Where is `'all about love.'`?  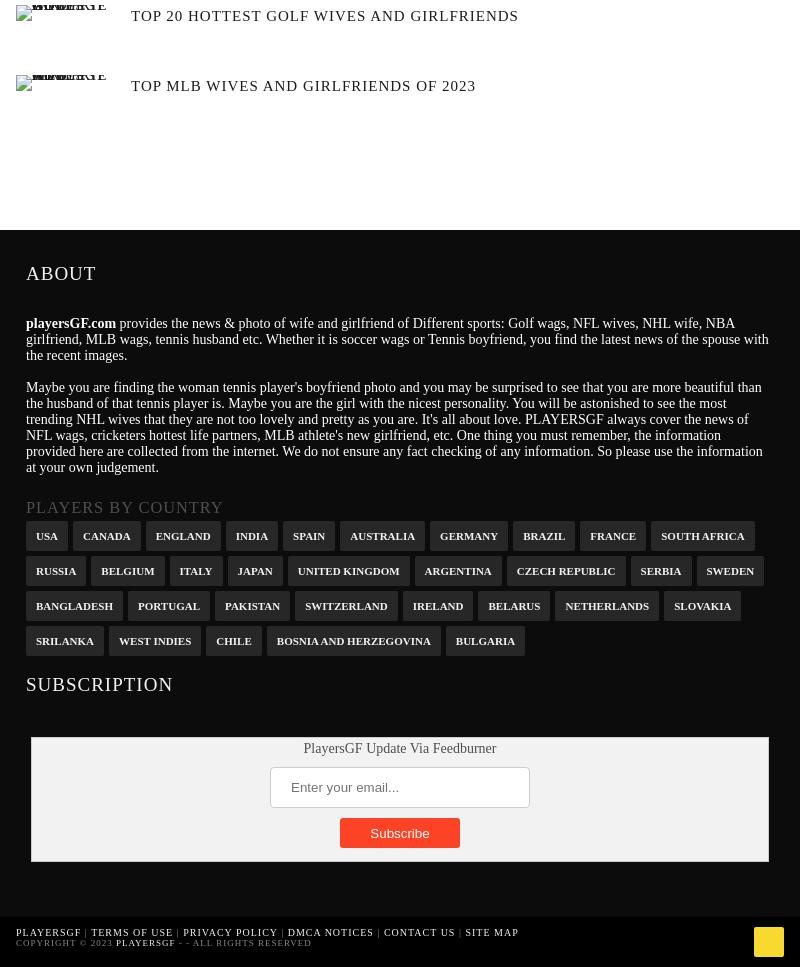 'all about love.' is located at coordinates (479, 418).